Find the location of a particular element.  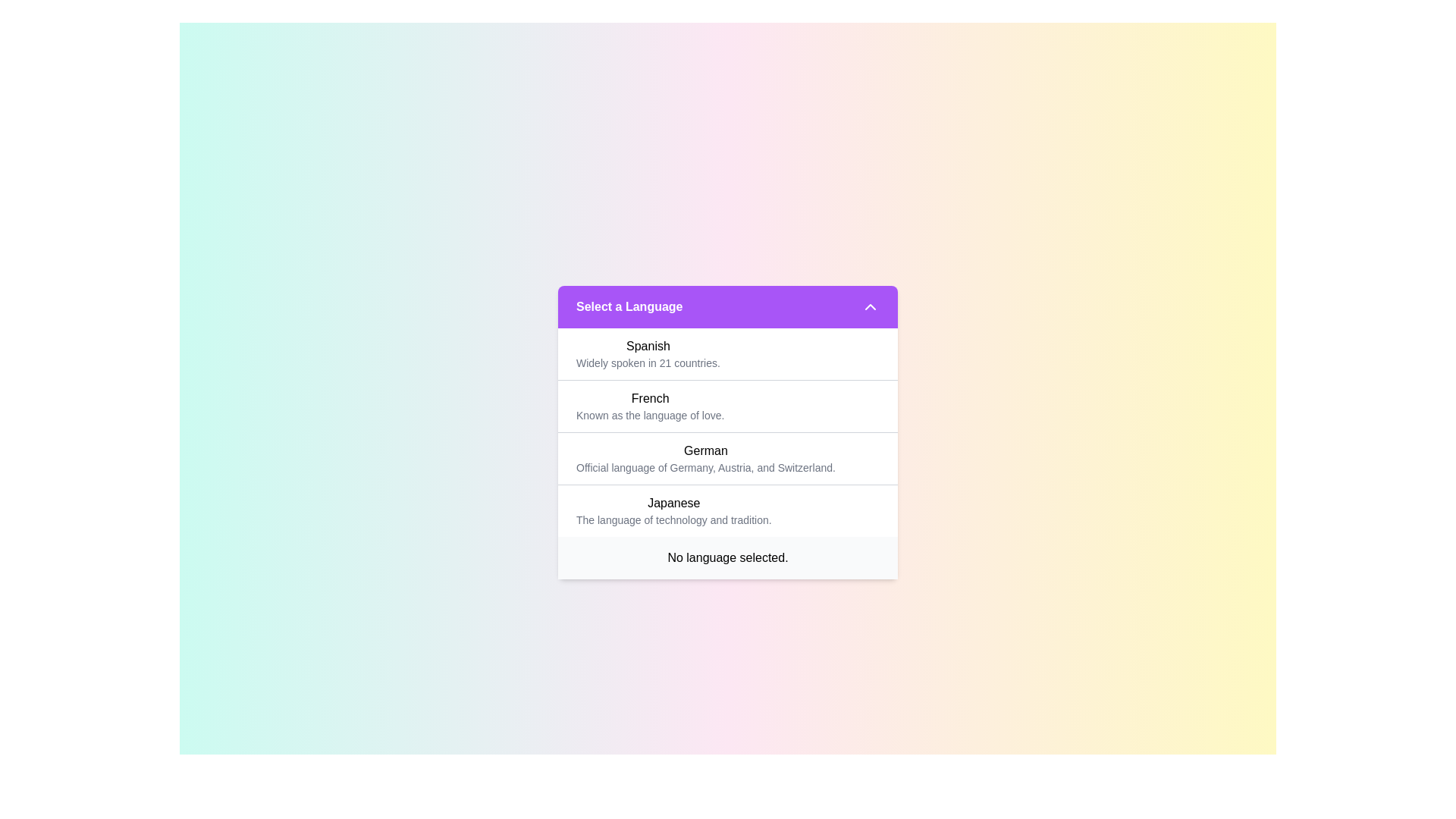

the fourth list item in the 'Select a Language' dropdown menu that displays 'Japanese' and its description is located at coordinates (673, 510).